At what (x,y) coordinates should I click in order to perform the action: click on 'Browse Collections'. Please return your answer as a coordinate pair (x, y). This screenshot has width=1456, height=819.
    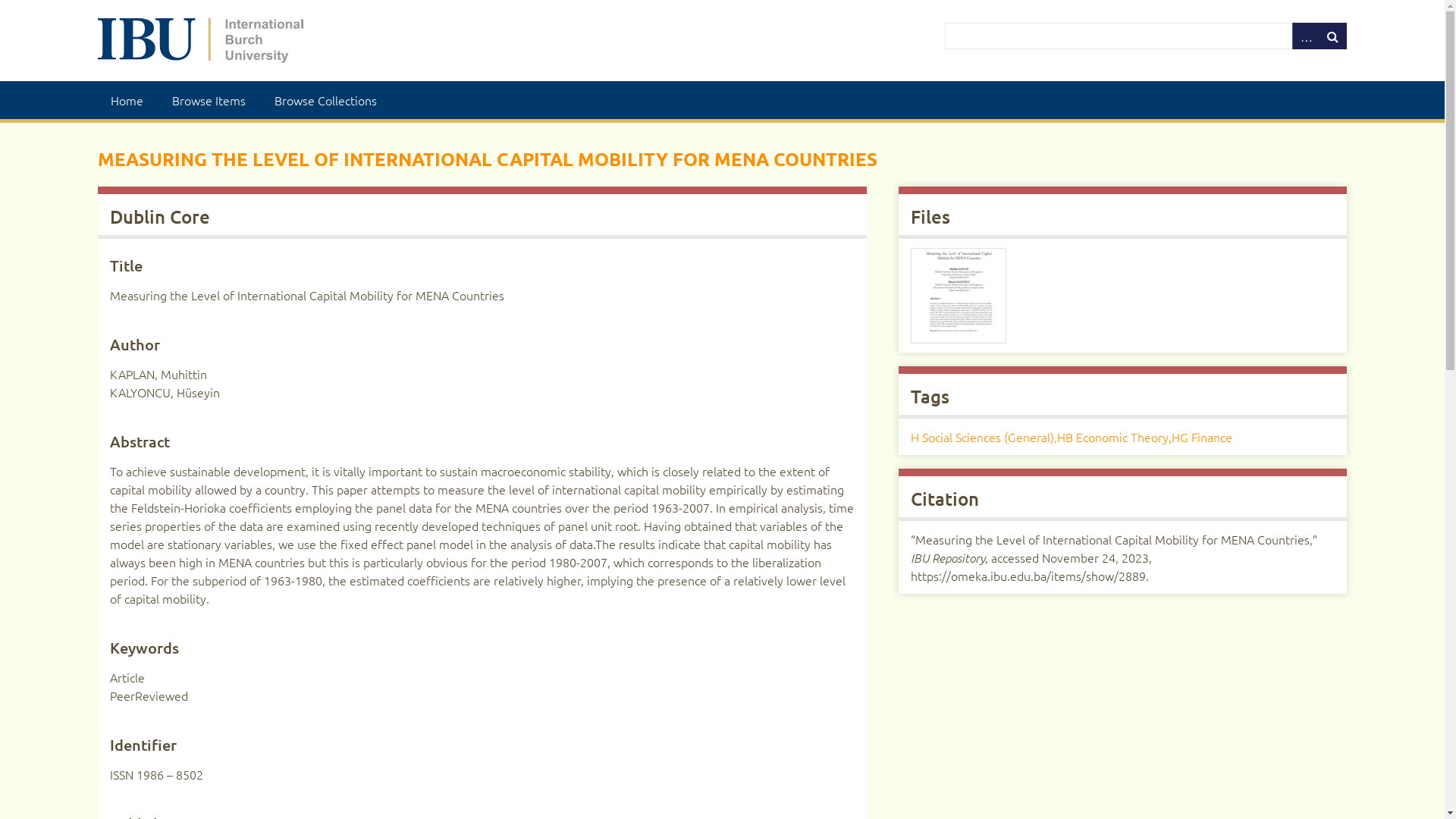
    Looking at the image, I should click on (325, 99).